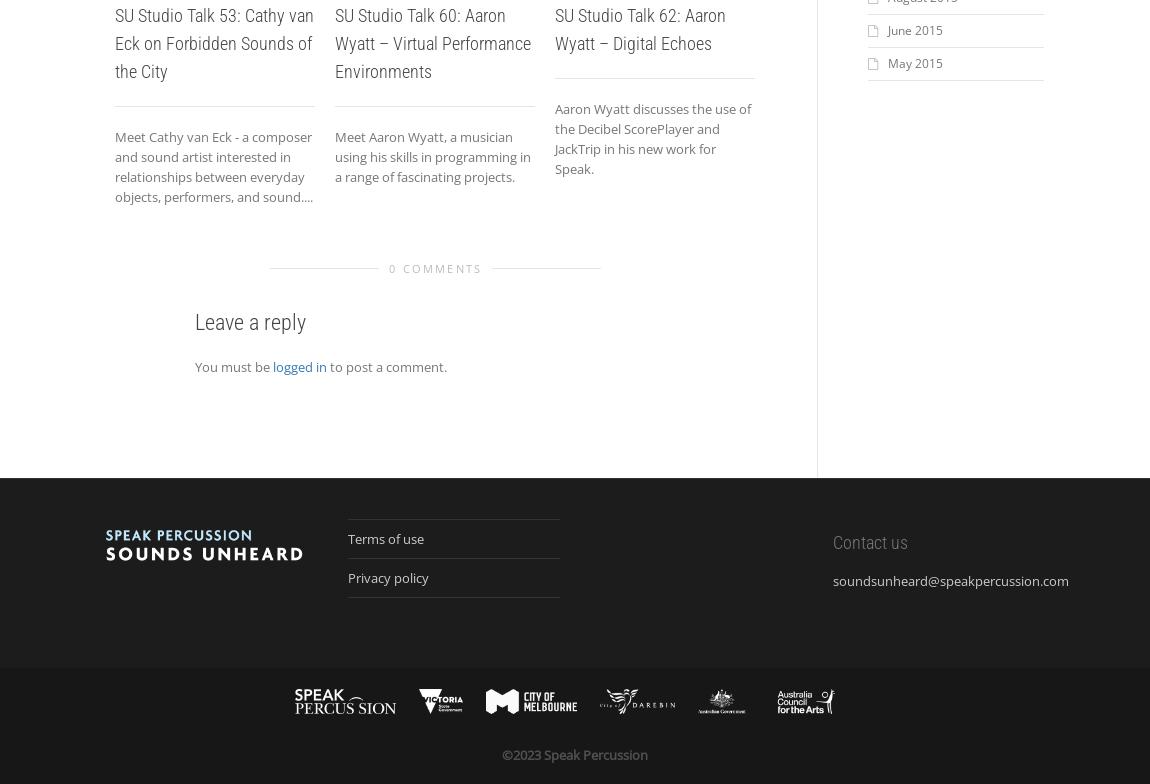 The height and width of the screenshot is (784, 1150). What do you see at coordinates (639, 29) in the screenshot?
I see `'SU Studio Talk 62: Aaron Wyatt – Digital Echoes'` at bounding box center [639, 29].